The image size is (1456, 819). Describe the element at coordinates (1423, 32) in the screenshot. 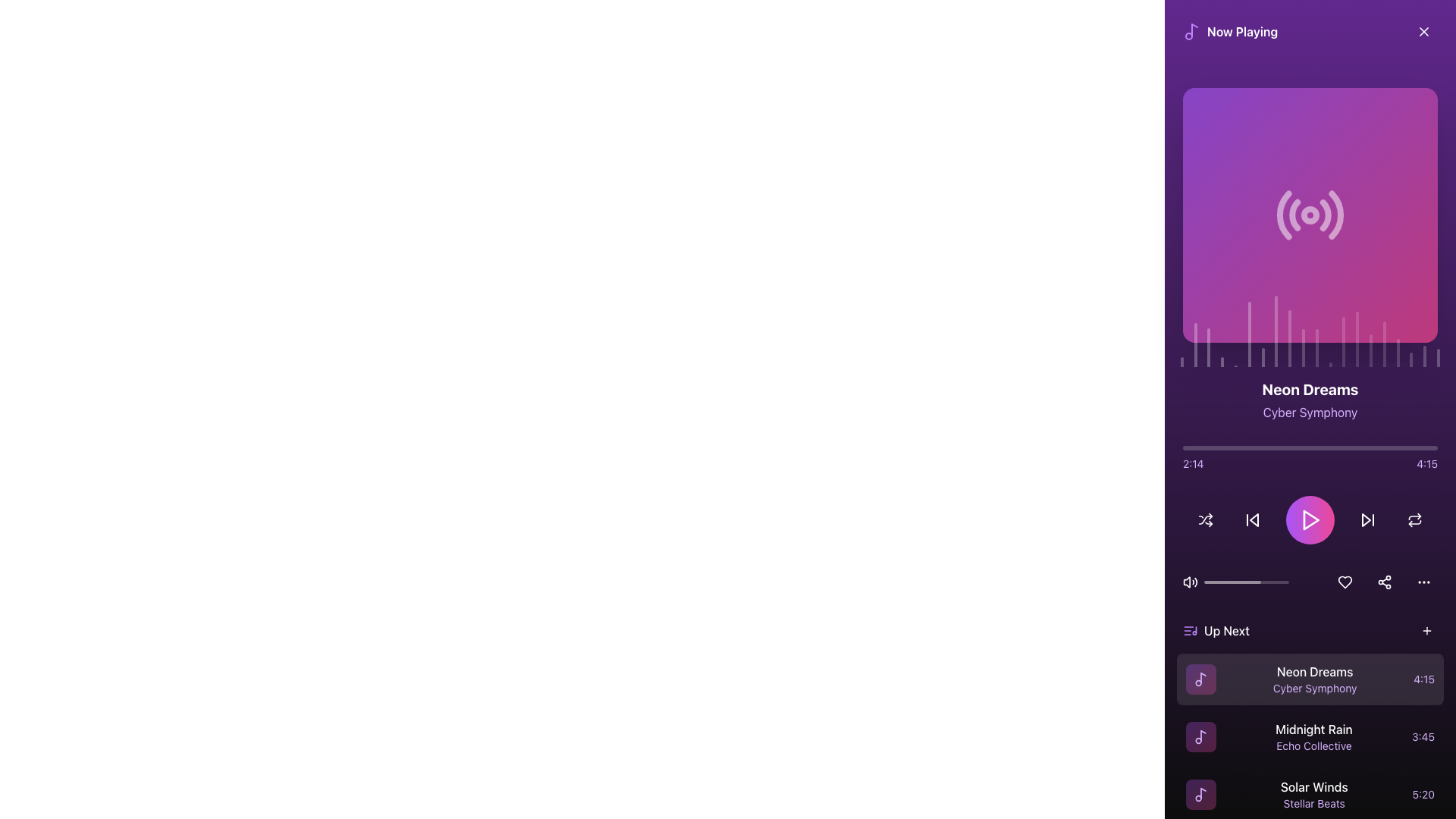

I see `the circular close button with an 'X' icon in the top-right corner of the 'Now Playing' section to observe the style change` at that location.